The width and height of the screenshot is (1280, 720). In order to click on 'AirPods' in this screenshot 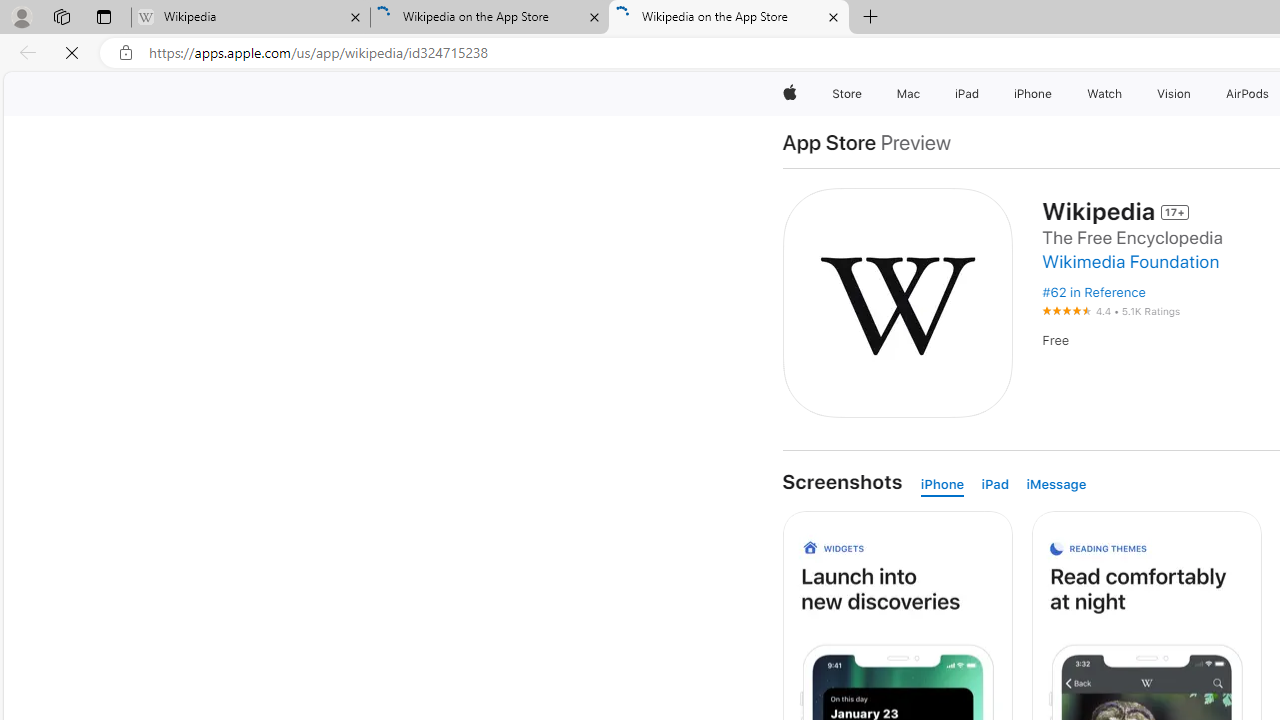, I will do `click(1247, 93)`.